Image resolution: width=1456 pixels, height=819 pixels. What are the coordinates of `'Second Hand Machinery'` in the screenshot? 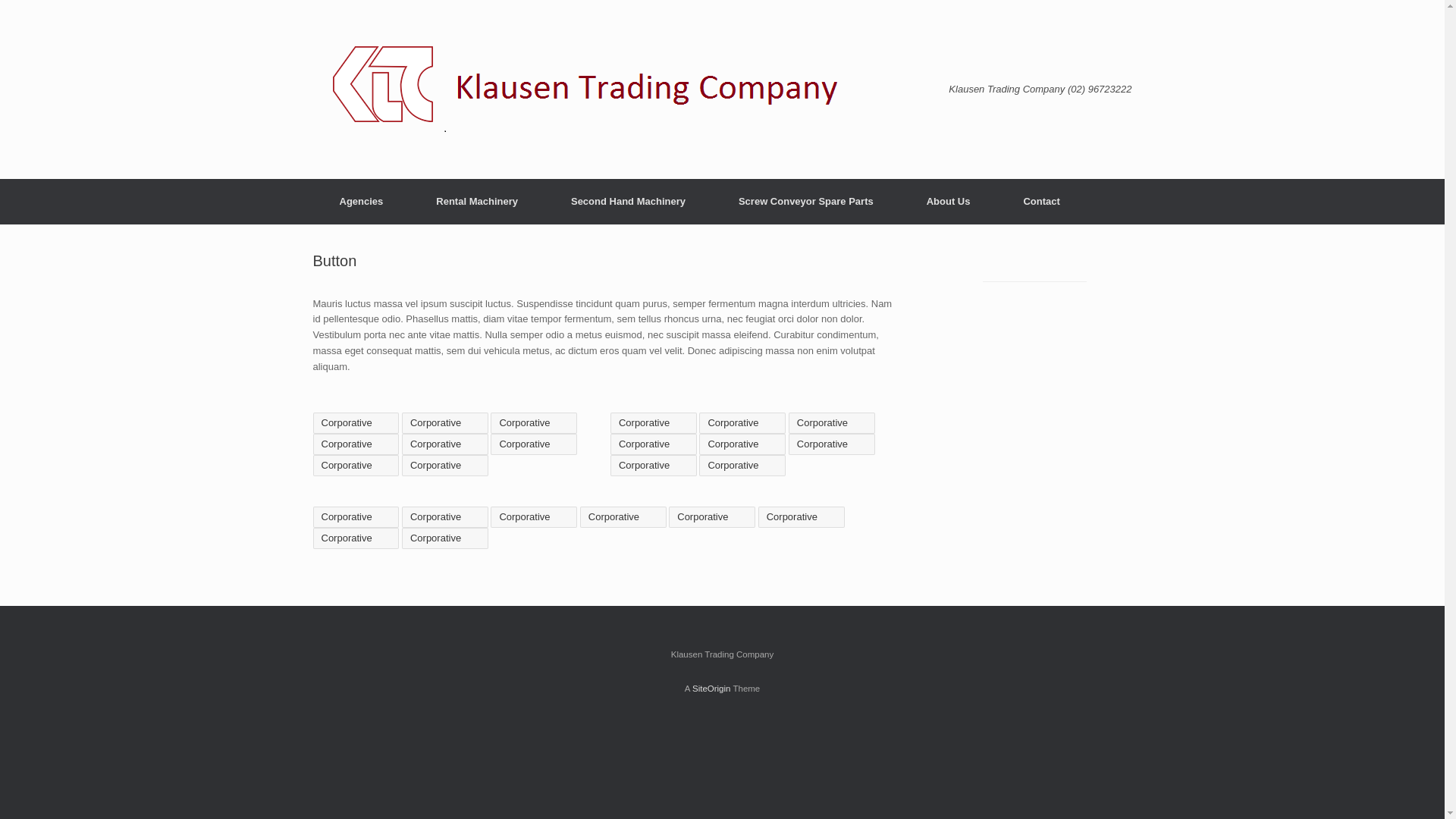 It's located at (628, 201).